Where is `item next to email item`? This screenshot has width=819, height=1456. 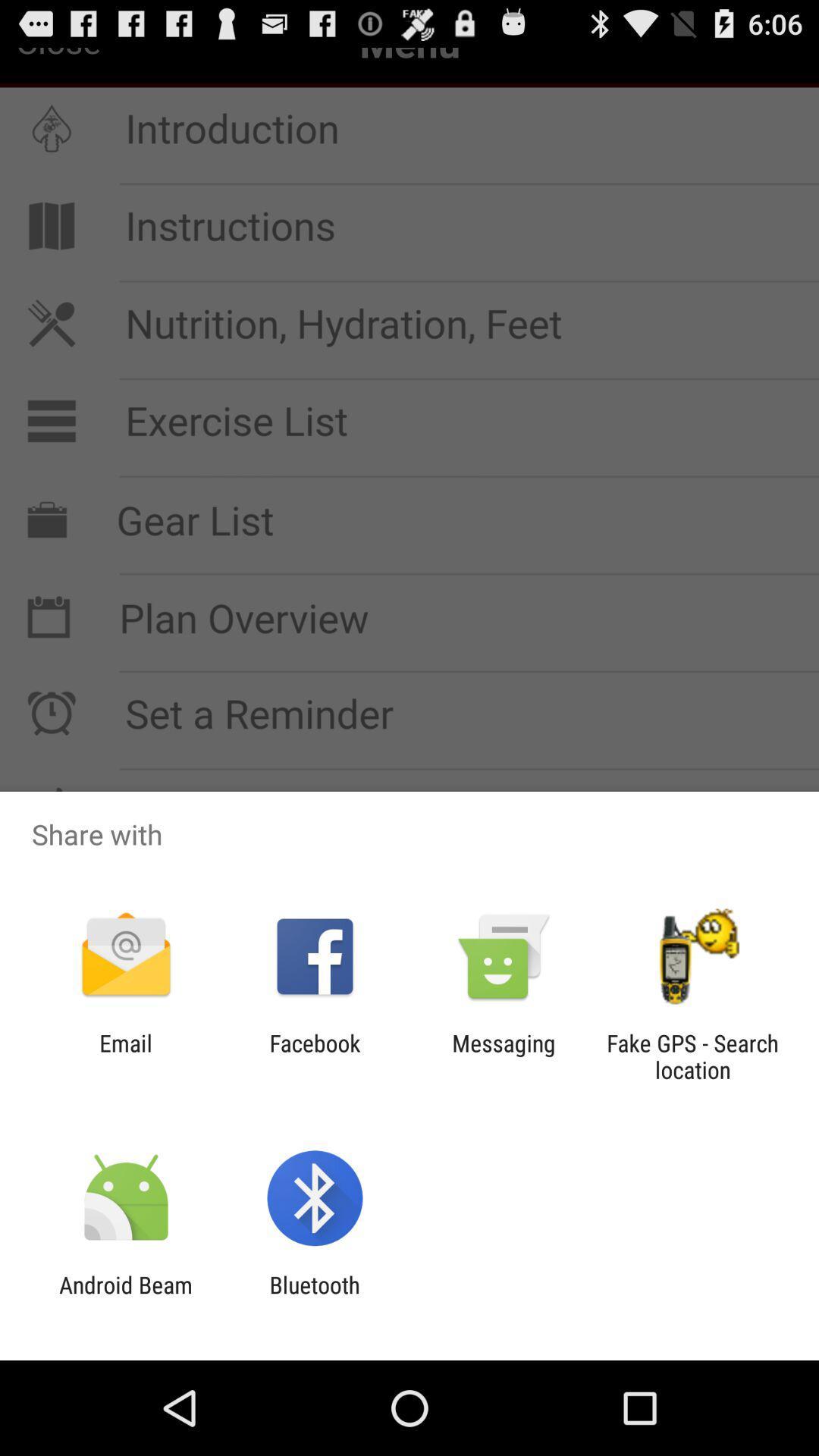 item next to email item is located at coordinates (314, 1056).